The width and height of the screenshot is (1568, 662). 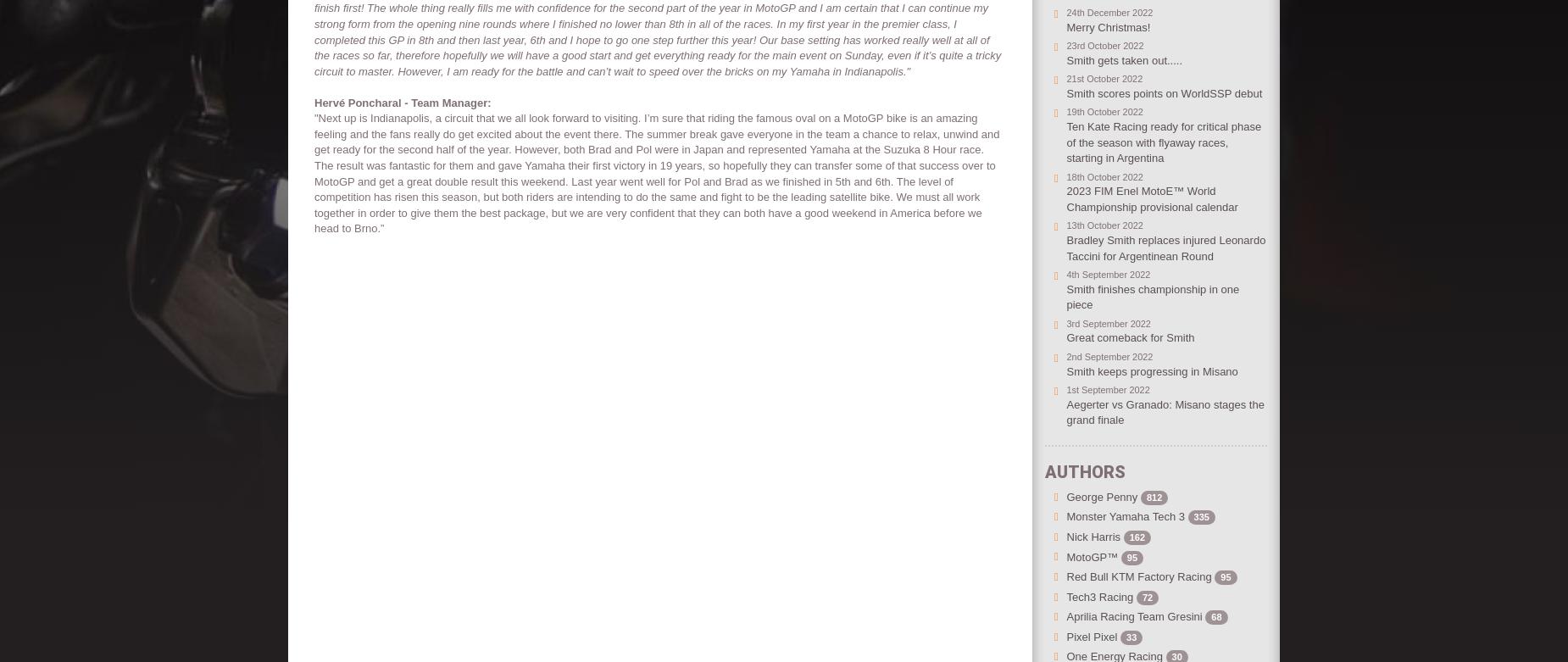 What do you see at coordinates (1146, 595) in the screenshot?
I see `'72'` at bounding box center [1146, 595].